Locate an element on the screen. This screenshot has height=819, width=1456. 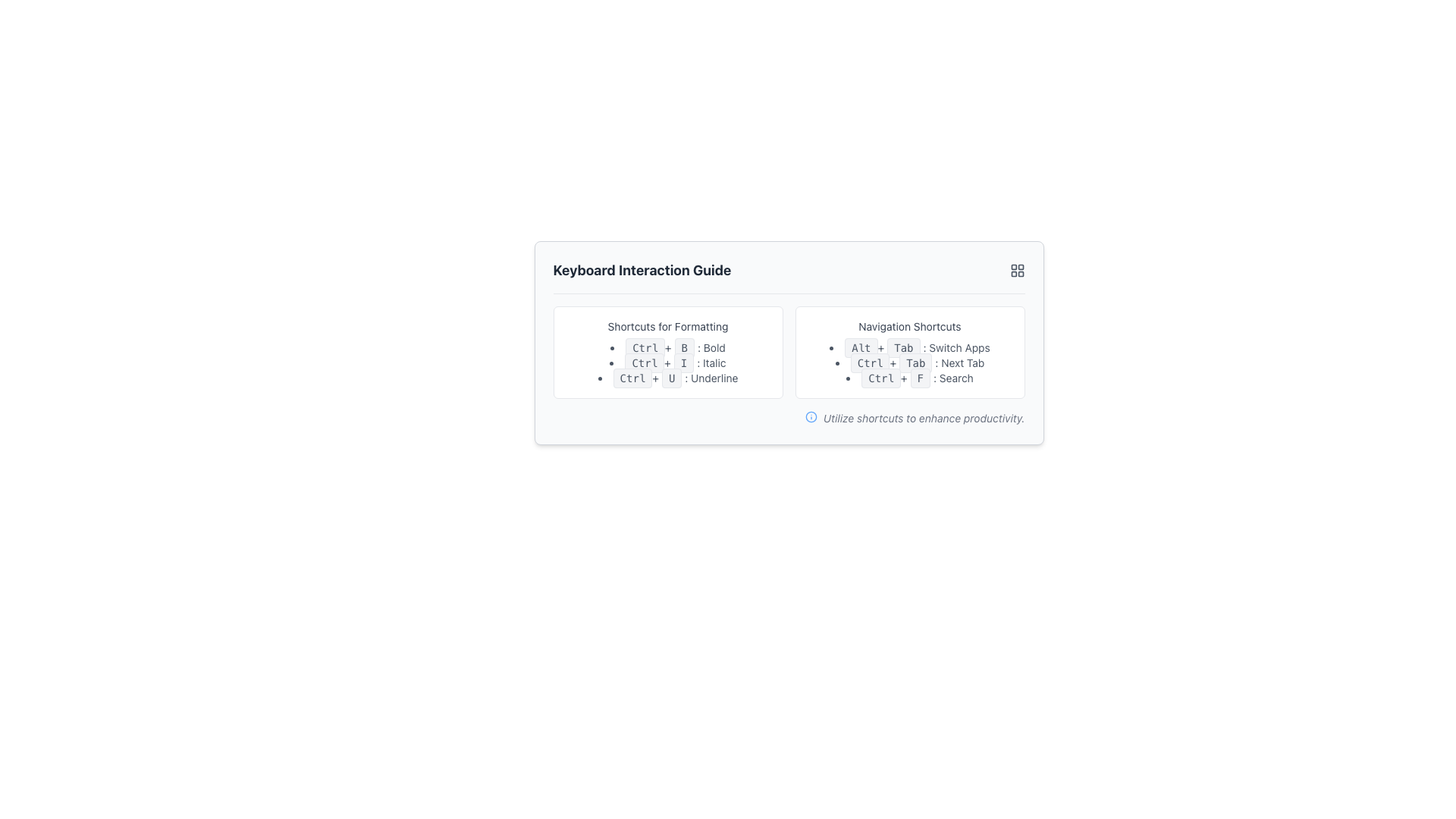
informational label that indicates the keyboard shortcut ('Ctrl+B') for applying bold formatting, located as the first item in the bulleted list under the 'Shortcuts for Formatting' column is located at coordinates (667, 348).